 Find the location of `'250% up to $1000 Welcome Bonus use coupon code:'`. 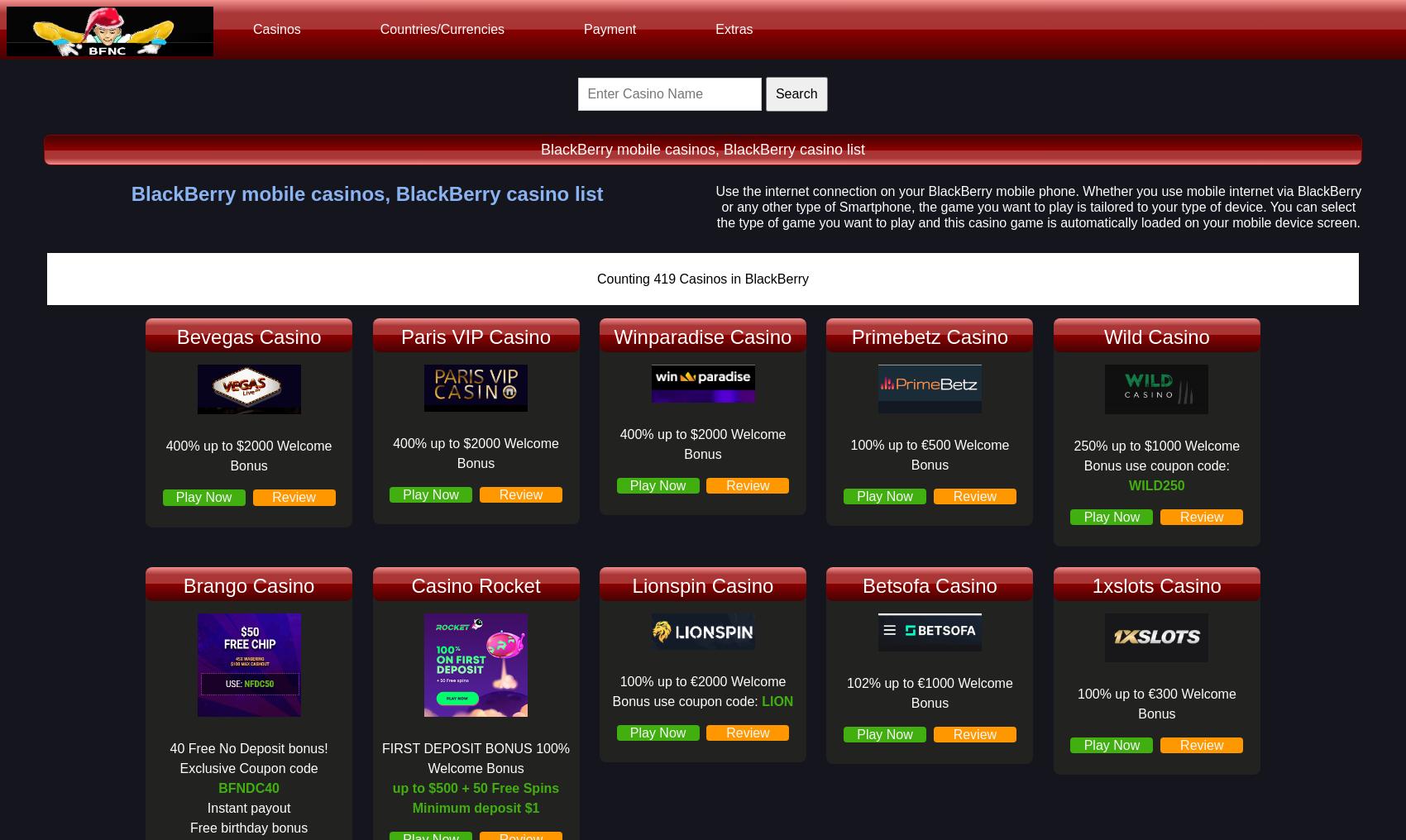

'250% up to $1000 Welcome Bonus use coupon code:' is located at coordinates (1155, 454).